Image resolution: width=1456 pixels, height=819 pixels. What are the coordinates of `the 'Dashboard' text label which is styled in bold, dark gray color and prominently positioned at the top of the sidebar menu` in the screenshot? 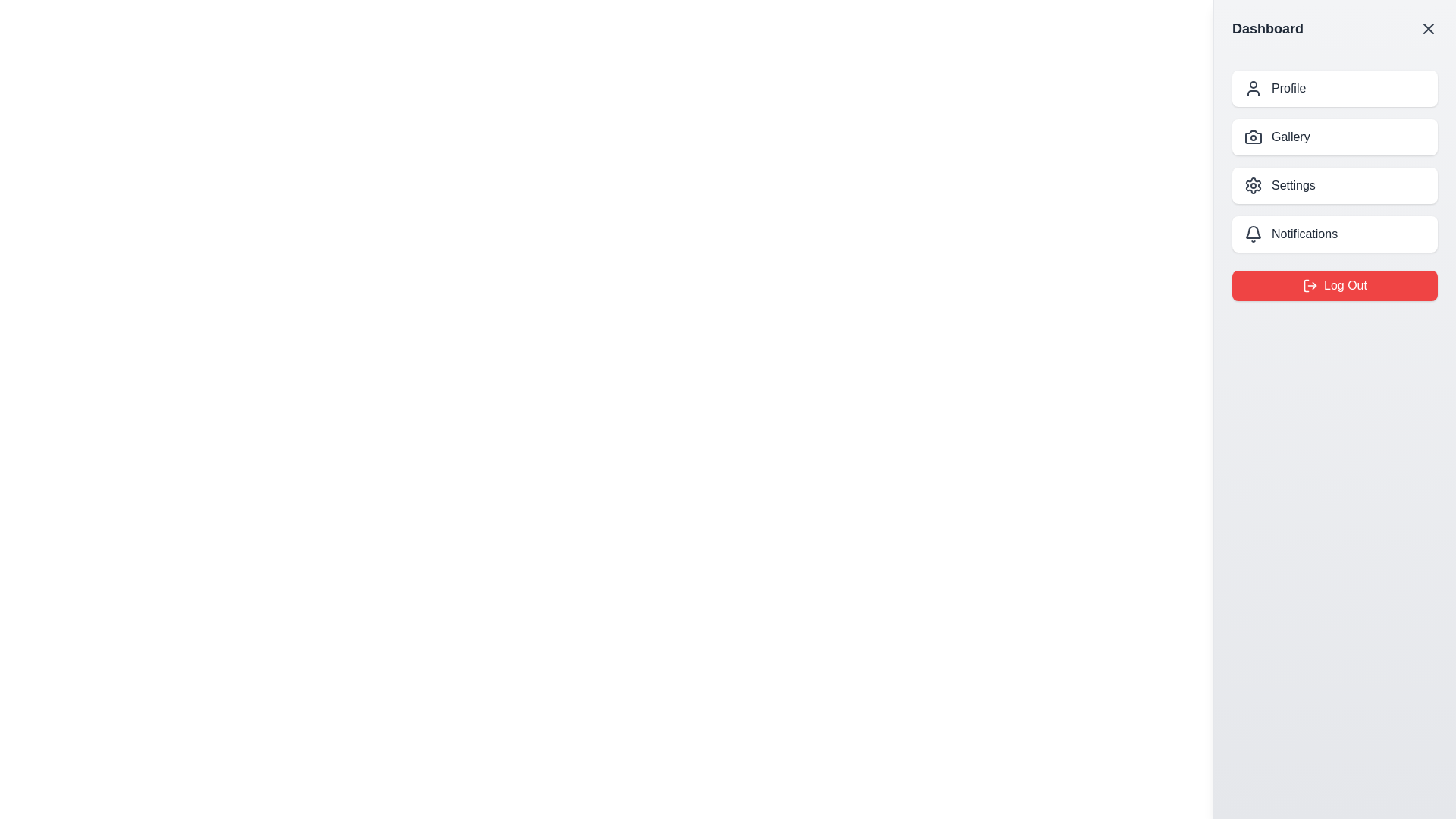 It's located at (1267, 29).